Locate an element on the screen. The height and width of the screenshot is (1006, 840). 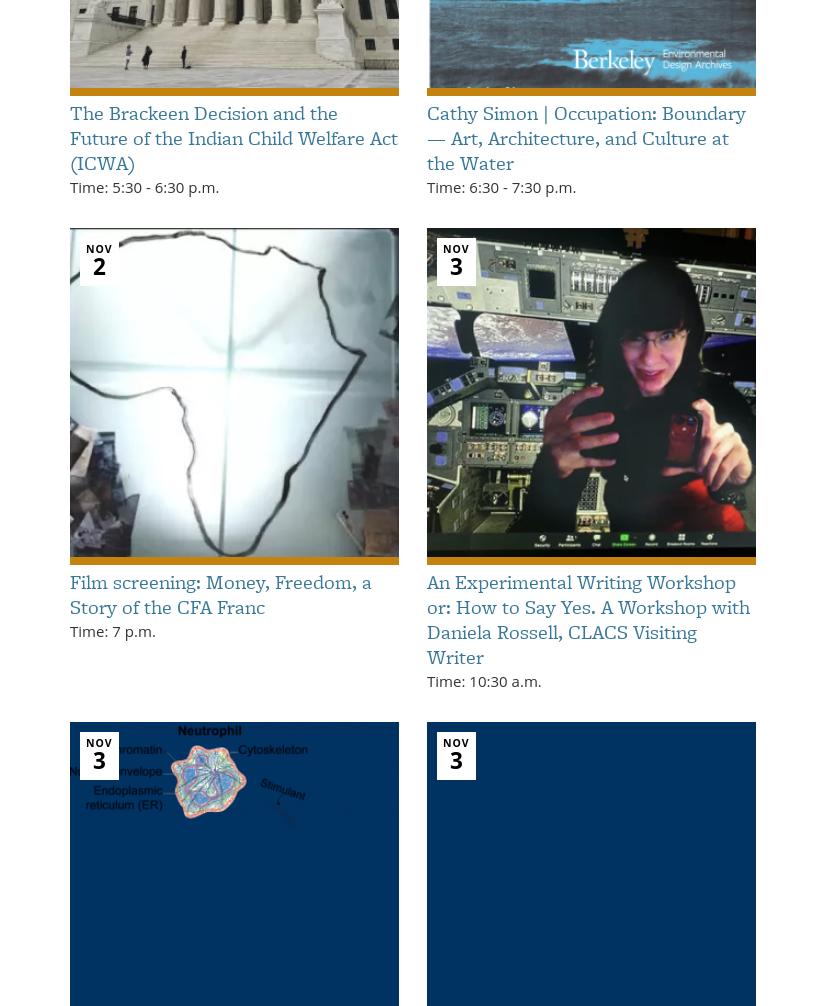
'6:30 p.m.' is located at coordinates (184, 186).